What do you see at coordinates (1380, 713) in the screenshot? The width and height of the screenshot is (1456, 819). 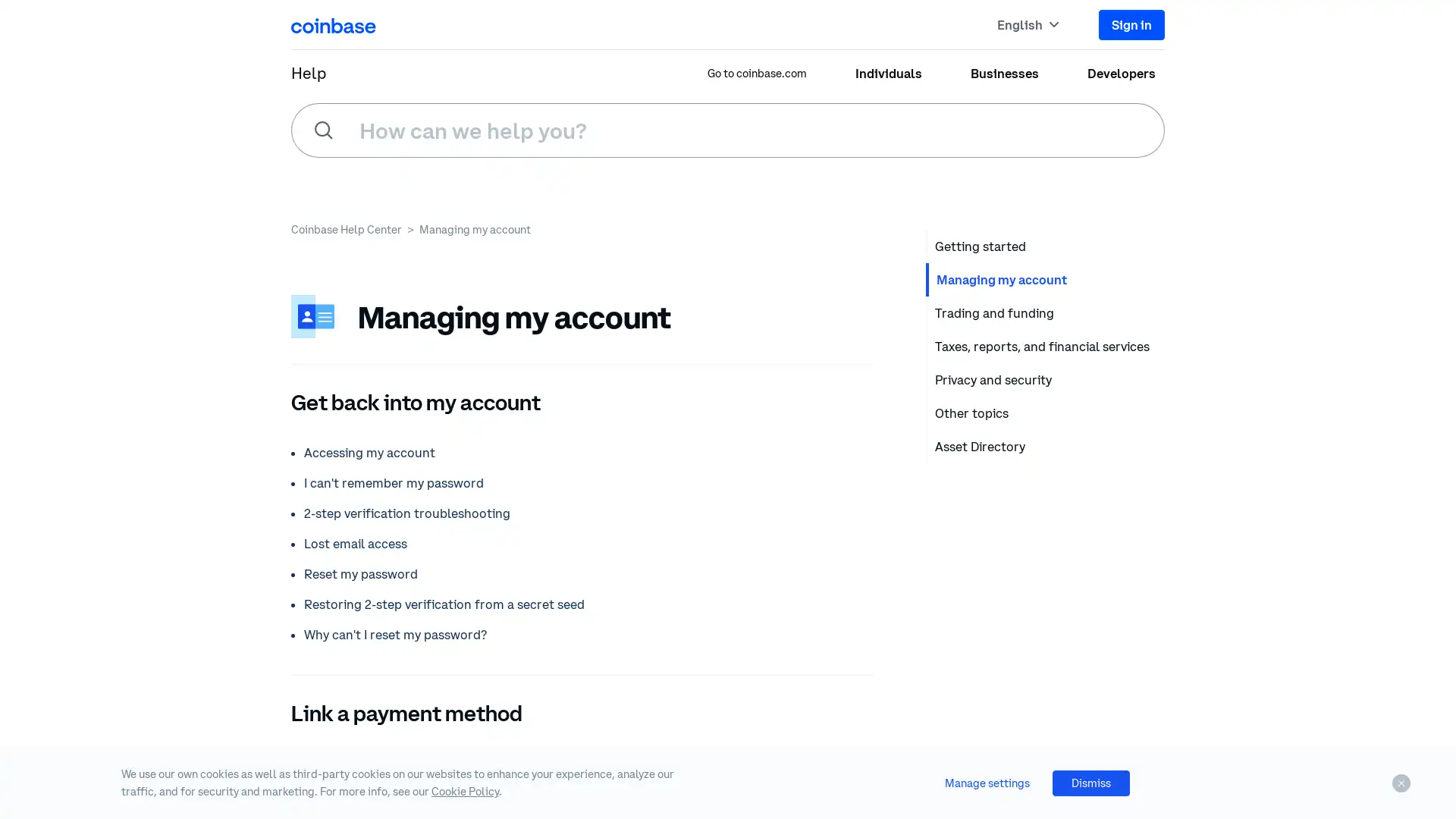 I see `Message Us` at bounding box center [1380, 713].